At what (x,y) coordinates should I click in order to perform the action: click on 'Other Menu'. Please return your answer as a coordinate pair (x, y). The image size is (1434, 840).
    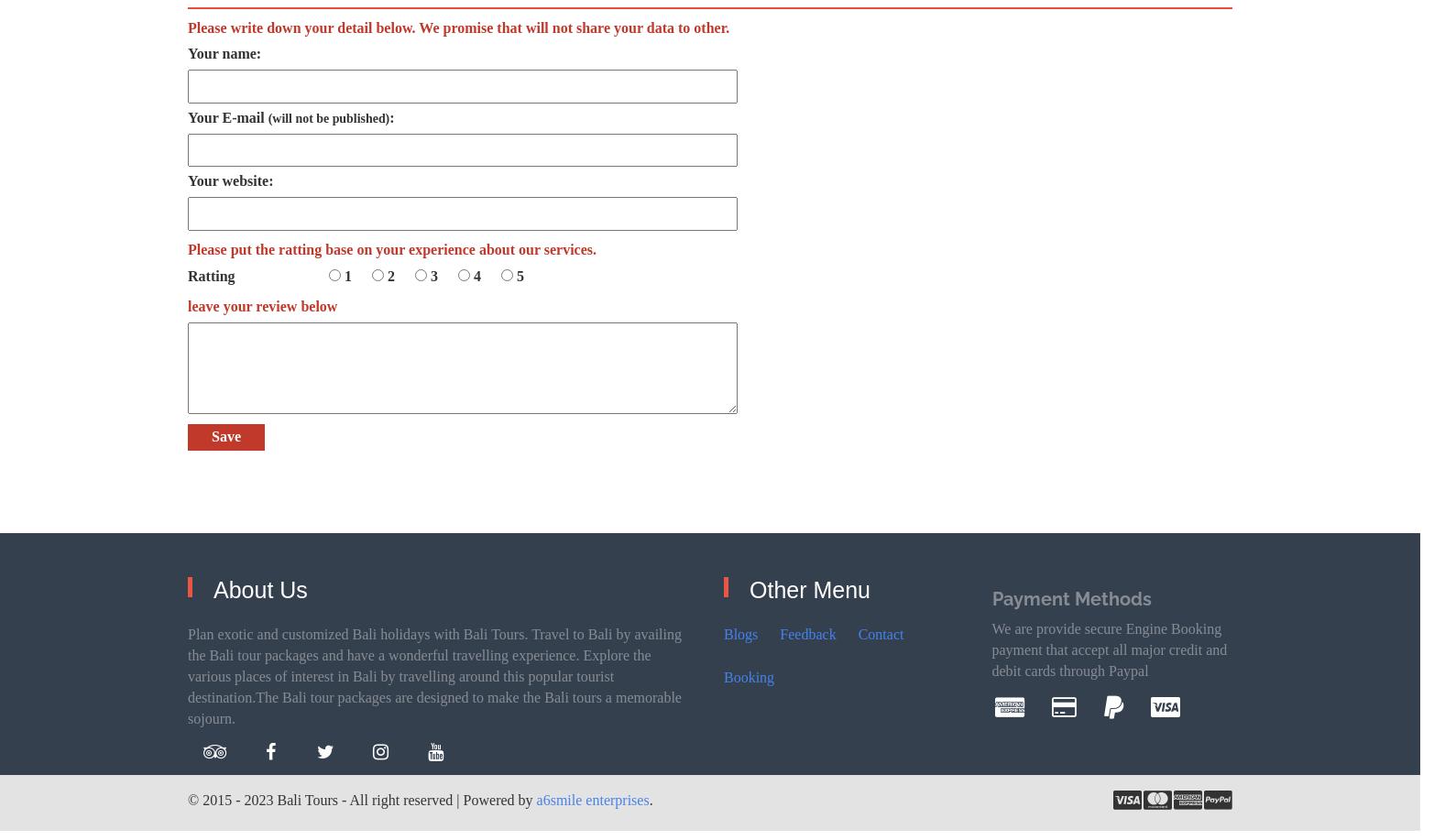
    Looking at the image, I should click on (809, 589).